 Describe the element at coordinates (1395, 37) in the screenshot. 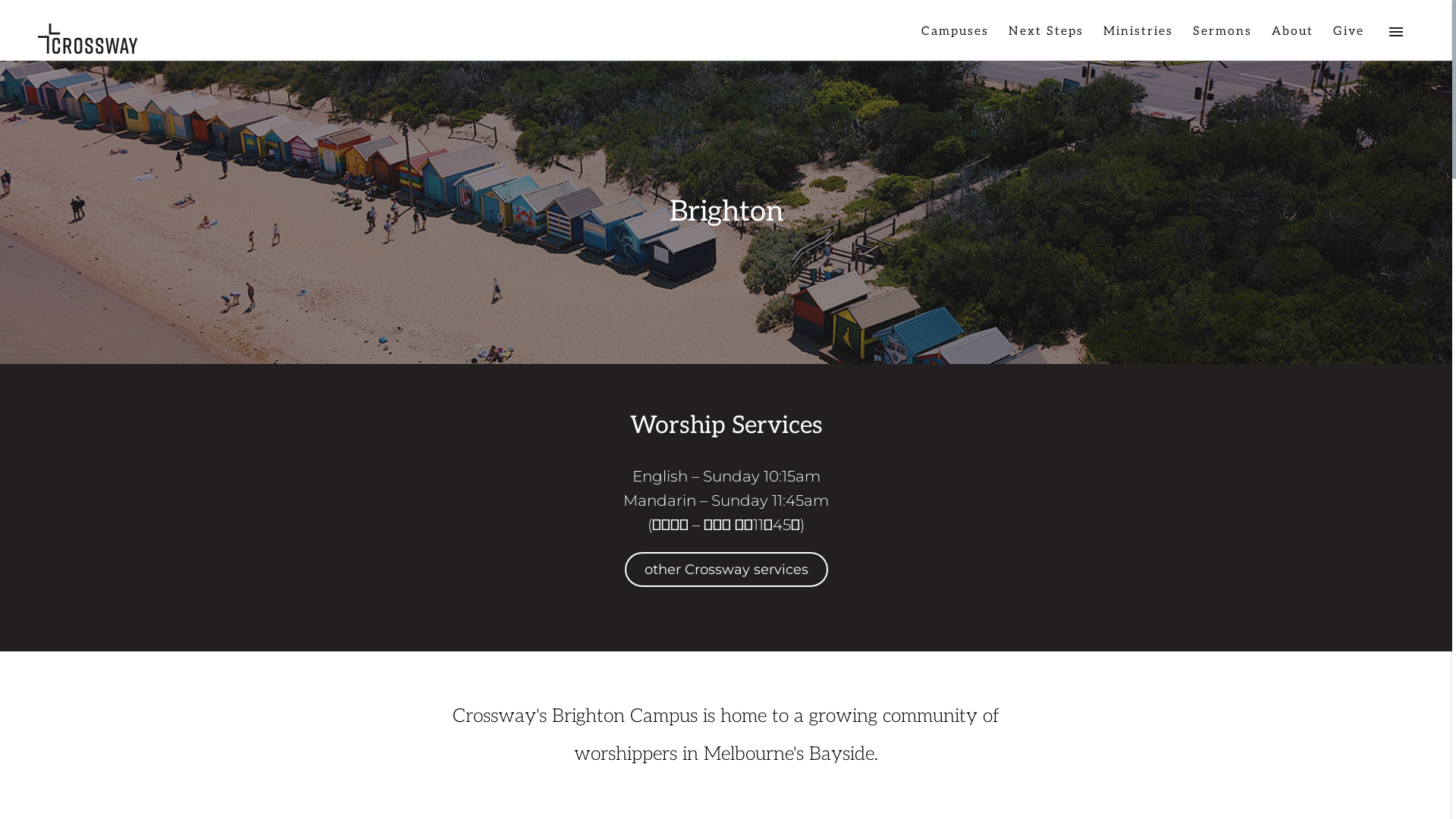

I see `'menu'` at that location.